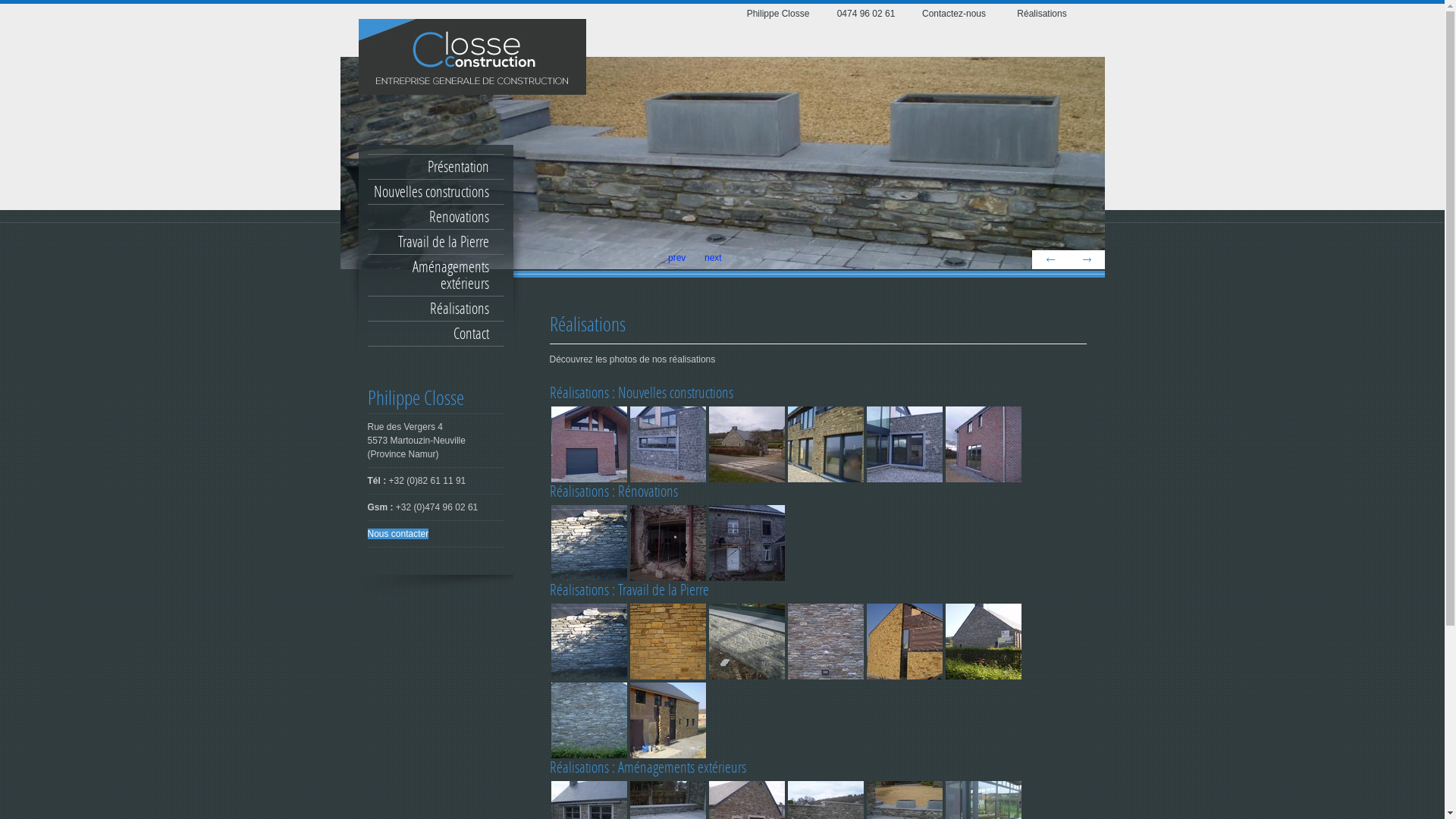 This screenshot has height=819, width=1456. What do you see at coordinates (588, 444) in the screenshot?
I see `'OLYMPUS DIGITAL CAMERA         '` at bounding box center [588, 444].